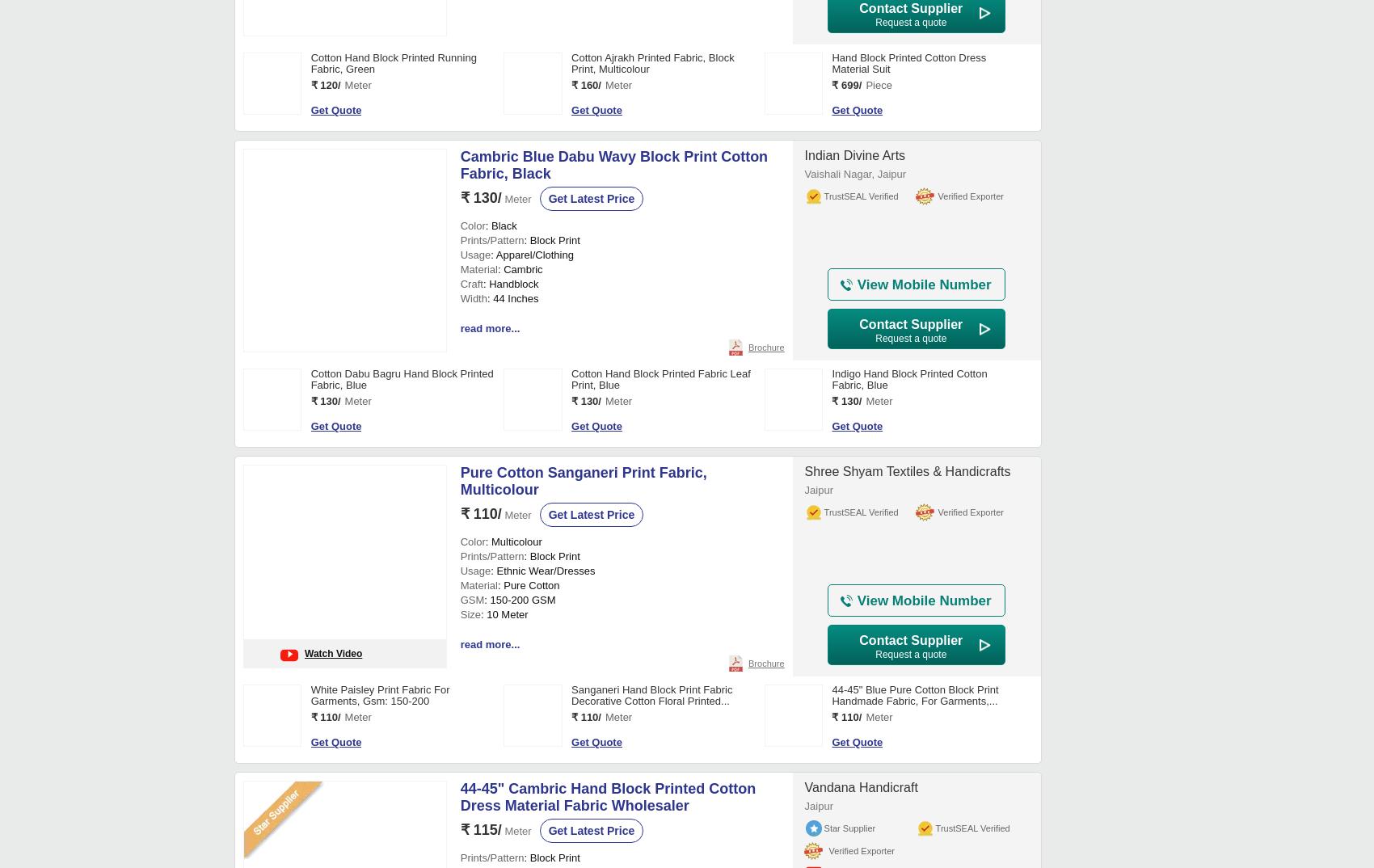  I want to click on ':  150', so click(495, 460).